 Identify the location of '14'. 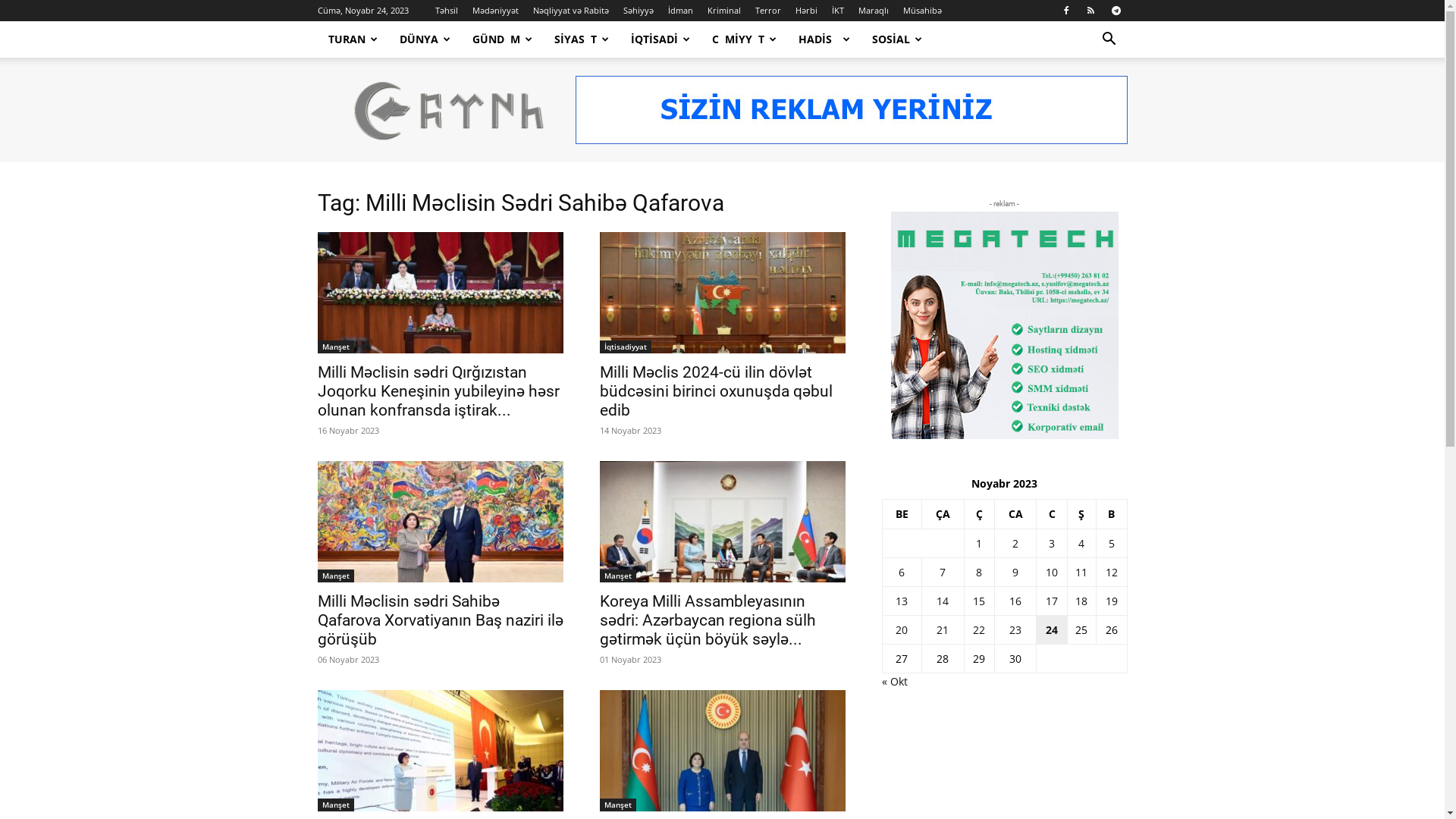
(942, 600).